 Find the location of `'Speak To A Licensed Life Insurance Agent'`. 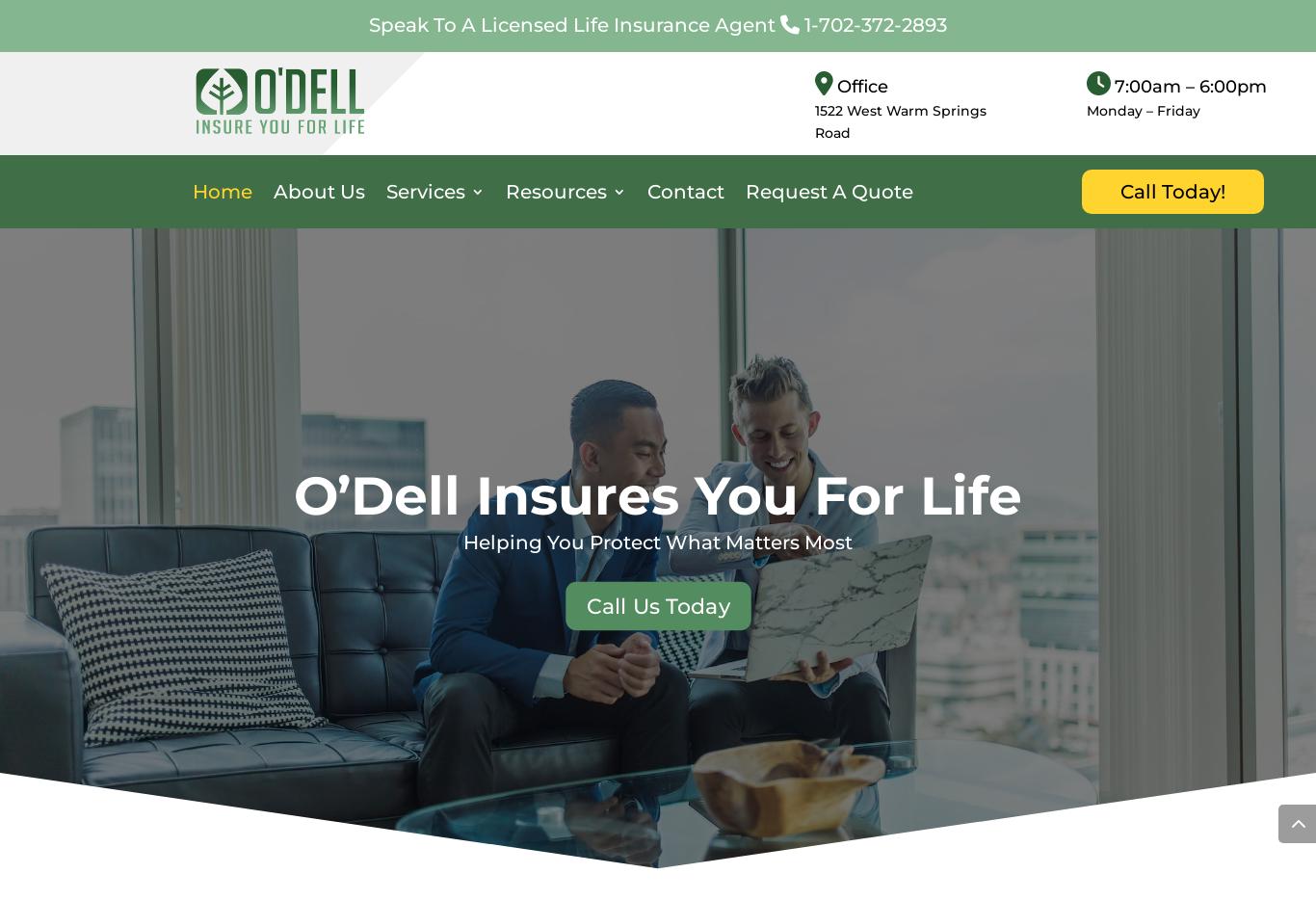

'Speak To A Licensed Life Insurance Agent' is located at coordinates (573, 23).